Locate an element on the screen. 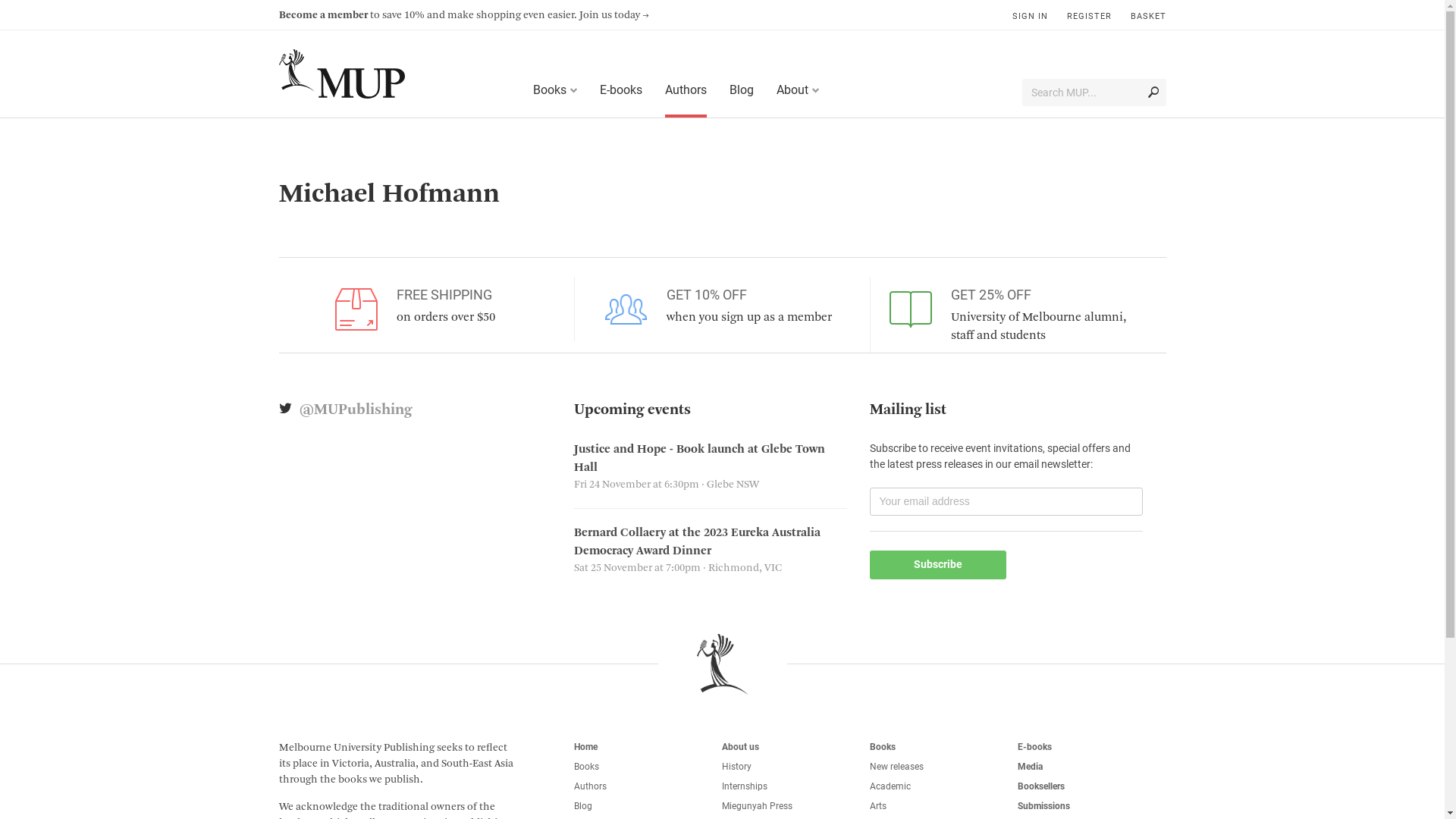 The image size is (1456, 819). 'Authors' is located at coordinates (654, 91).